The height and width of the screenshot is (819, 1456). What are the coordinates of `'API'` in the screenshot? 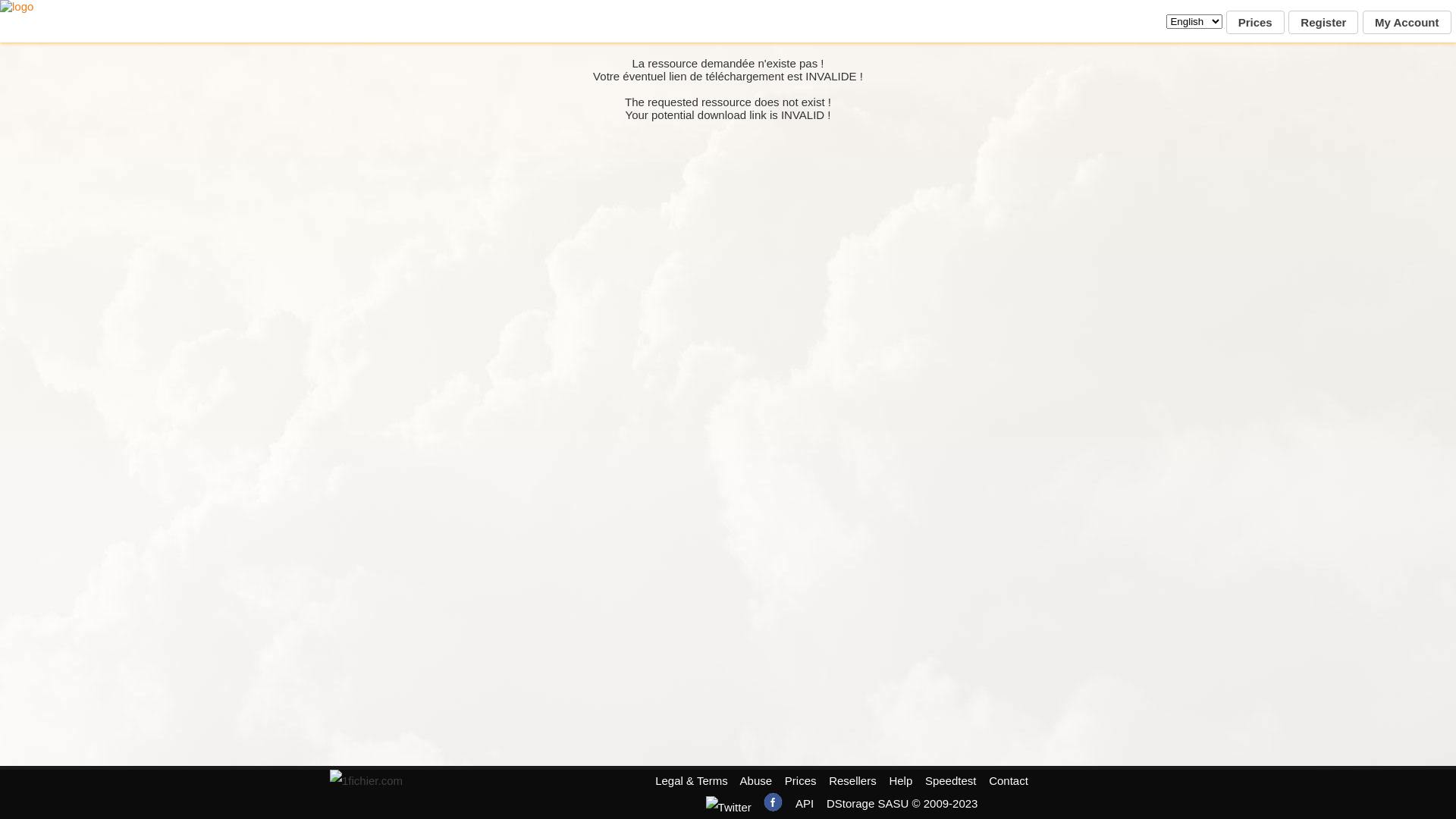 It's located at (803, 802).